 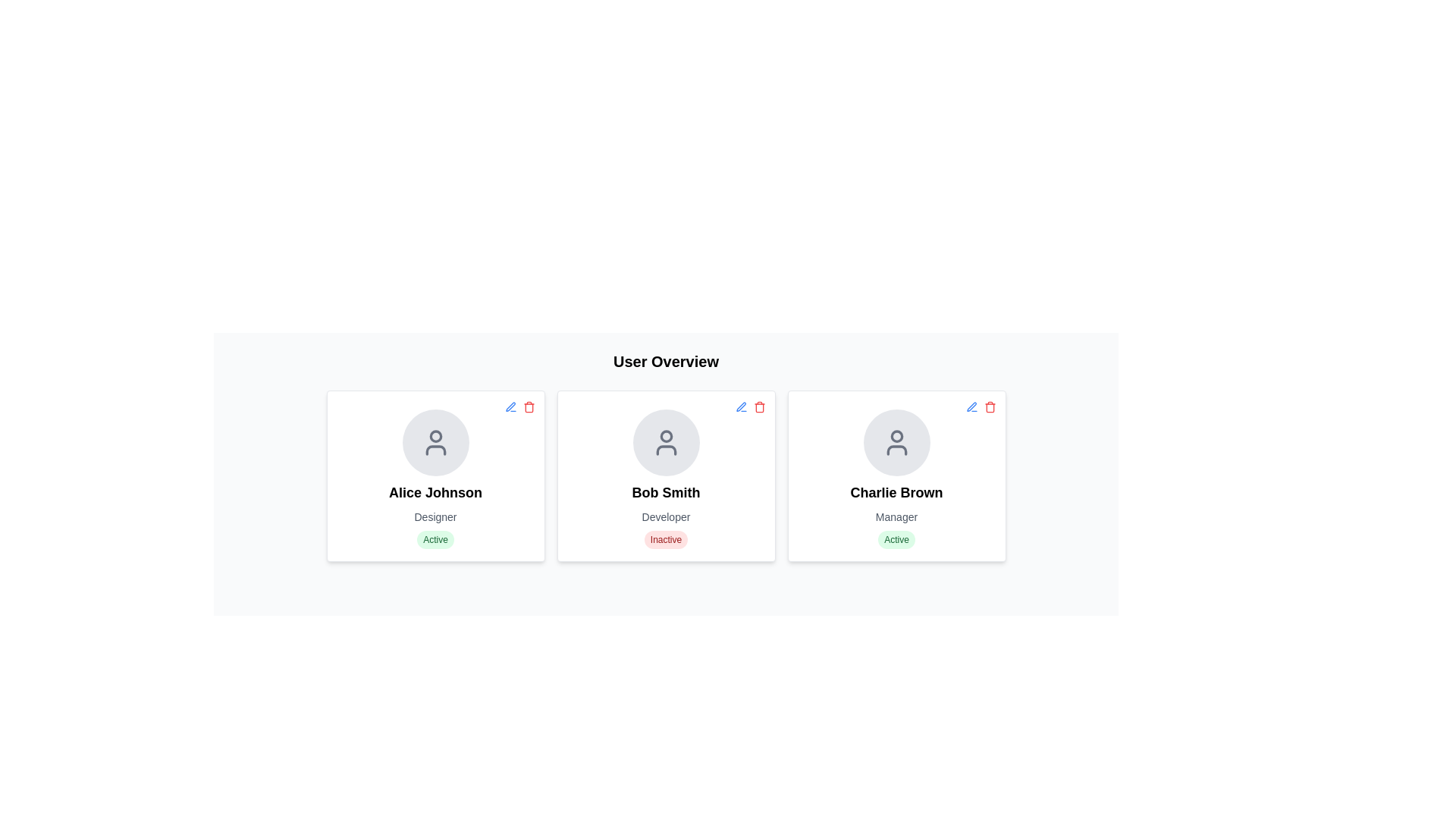 I want to click on the user icon located at the top-center of the card labeled 'Bob Smith', which visually represents a user with a circular background, so click(x=666, y=442).